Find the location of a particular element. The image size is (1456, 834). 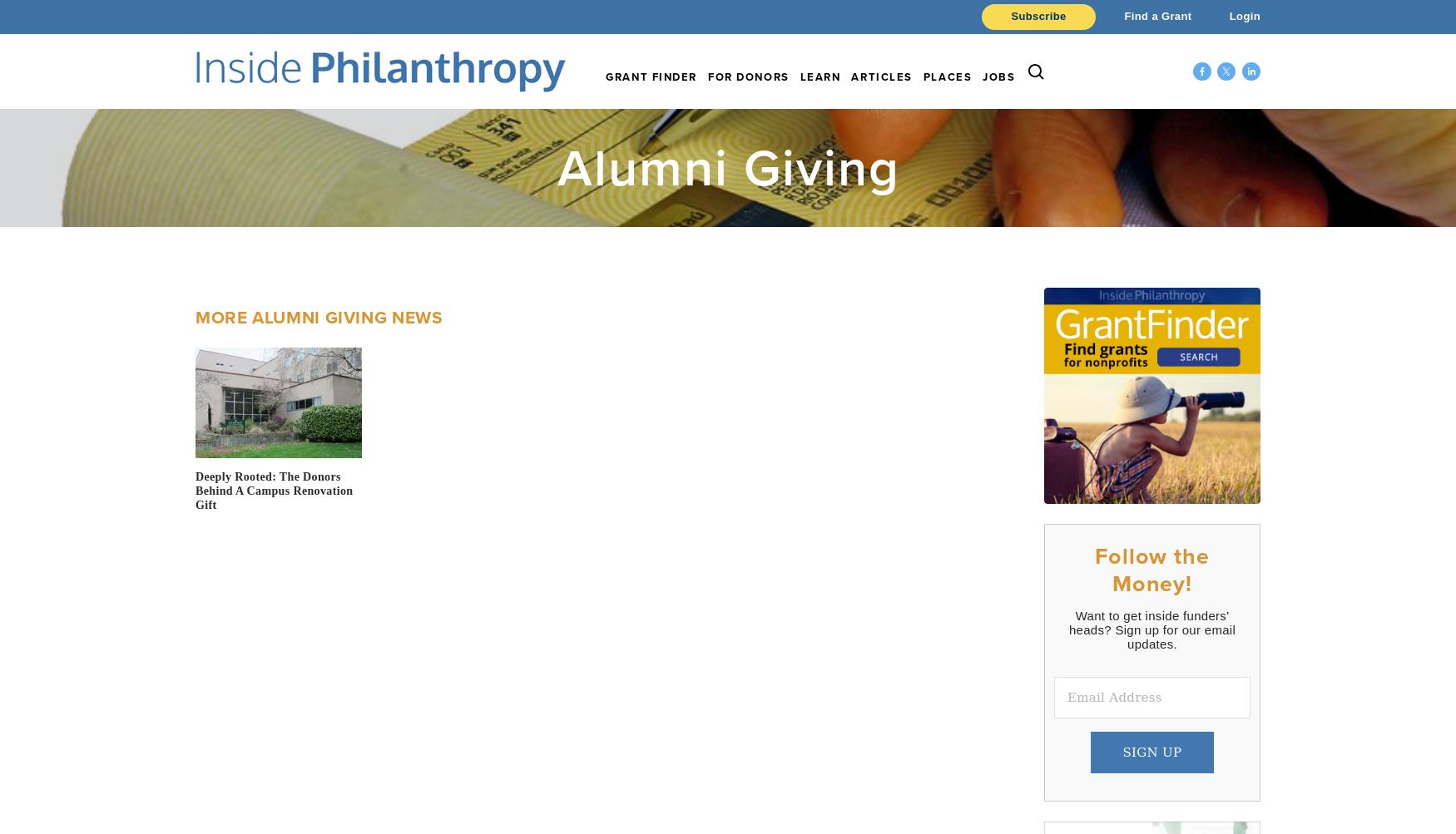

'Want to get inside funders' heads? Sign up for our email updates.' is located at coordinates (1151, 629).